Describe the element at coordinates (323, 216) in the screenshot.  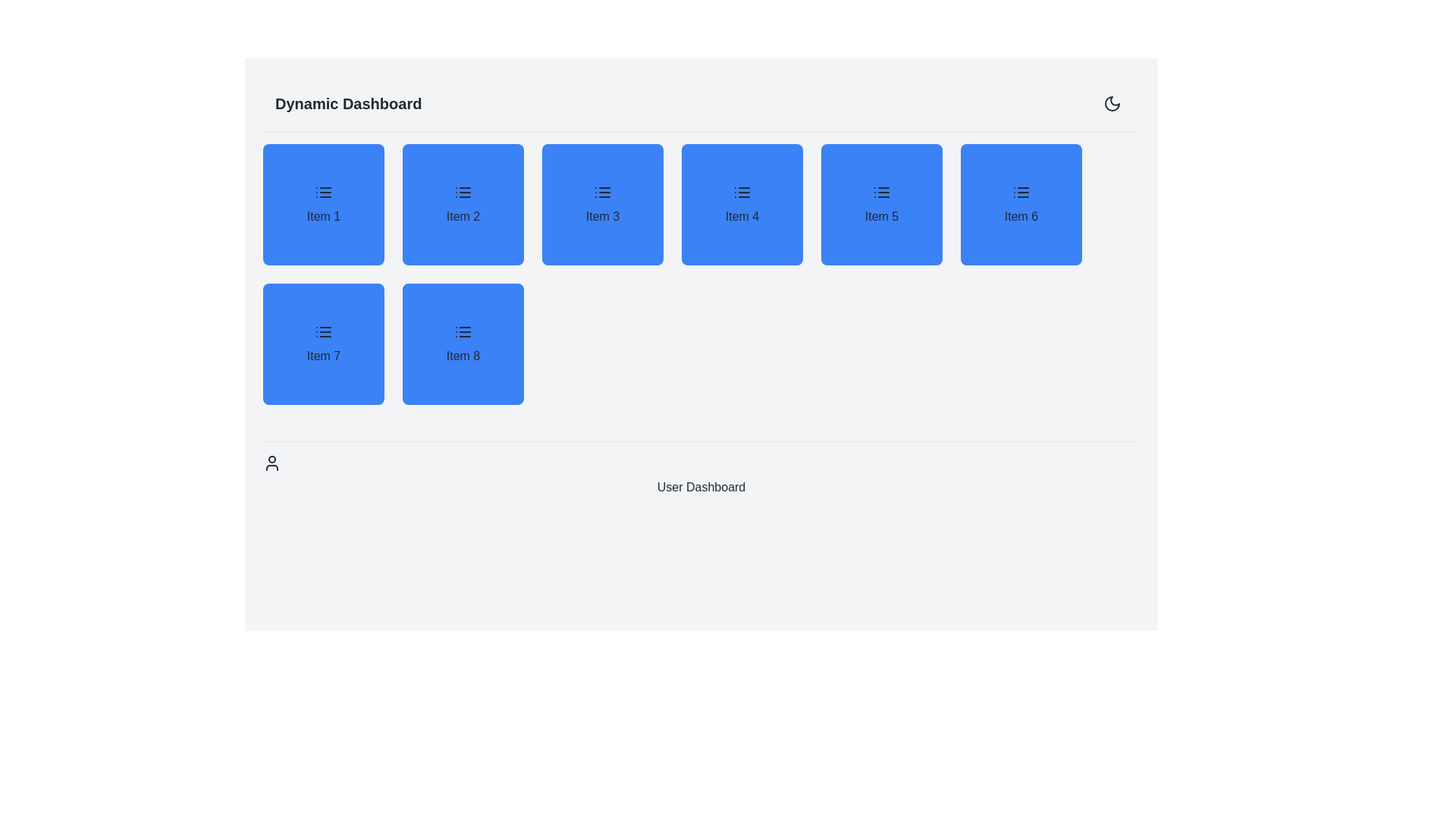
I see `the Text Label displaying 'Item 1' which is styled in bold font and located within the first blue rectangular card on the dashboard interface` at that location.